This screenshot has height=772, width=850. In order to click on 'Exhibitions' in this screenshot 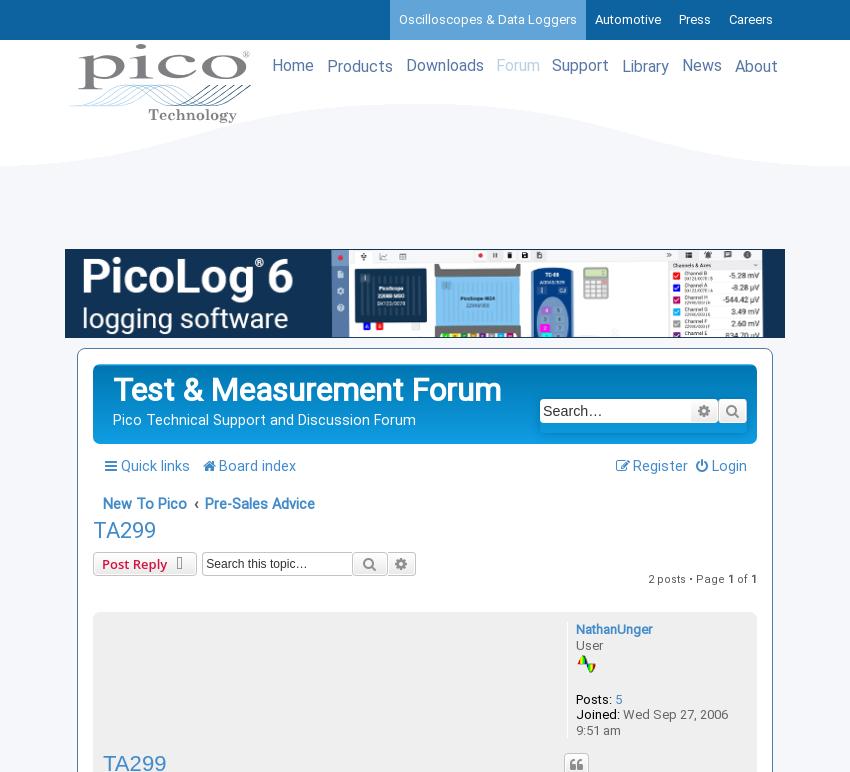, I will do `click(699, 199)`.